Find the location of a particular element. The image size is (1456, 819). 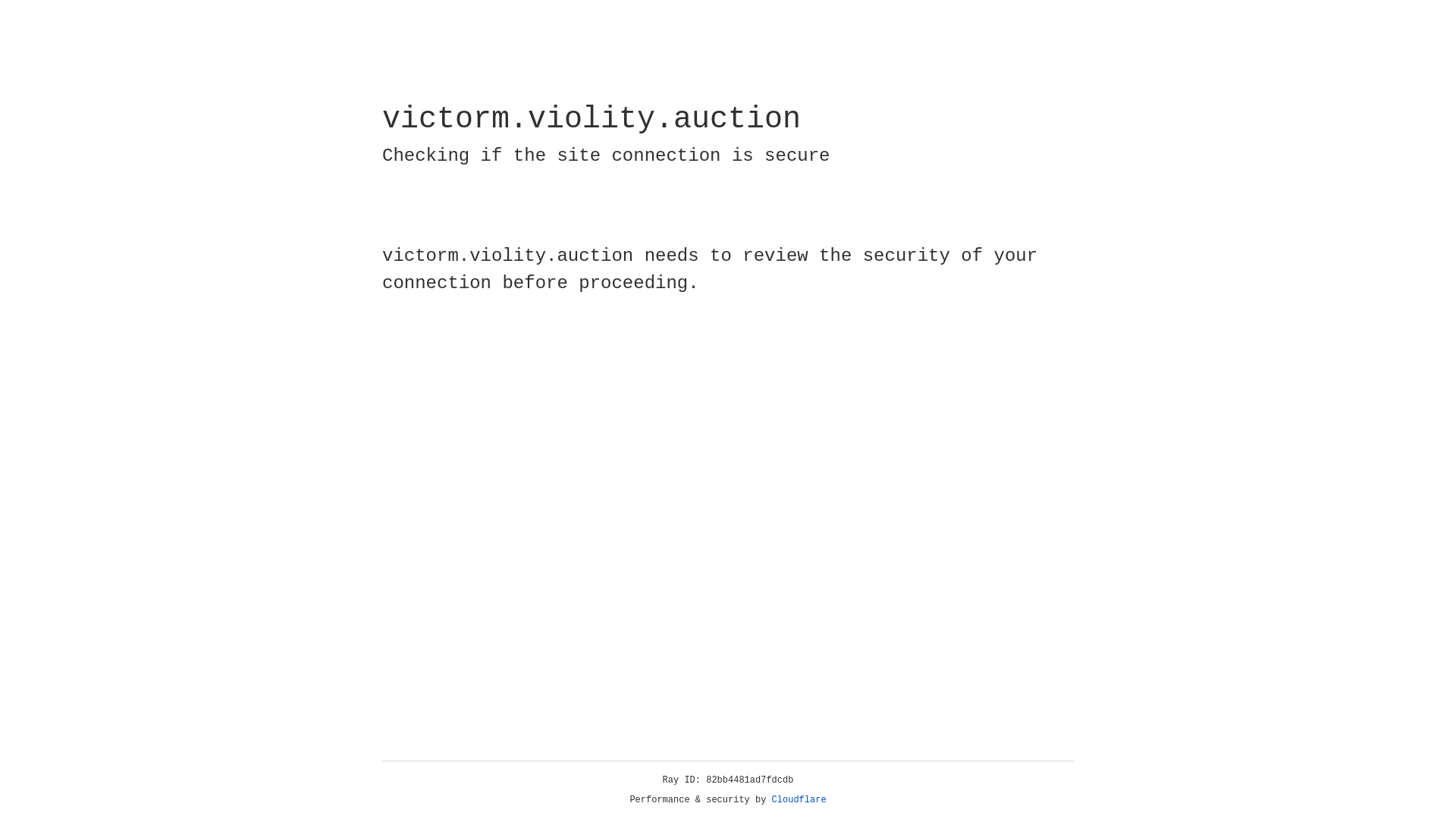

'Cloudflare' is located at coordinates (799, 799).